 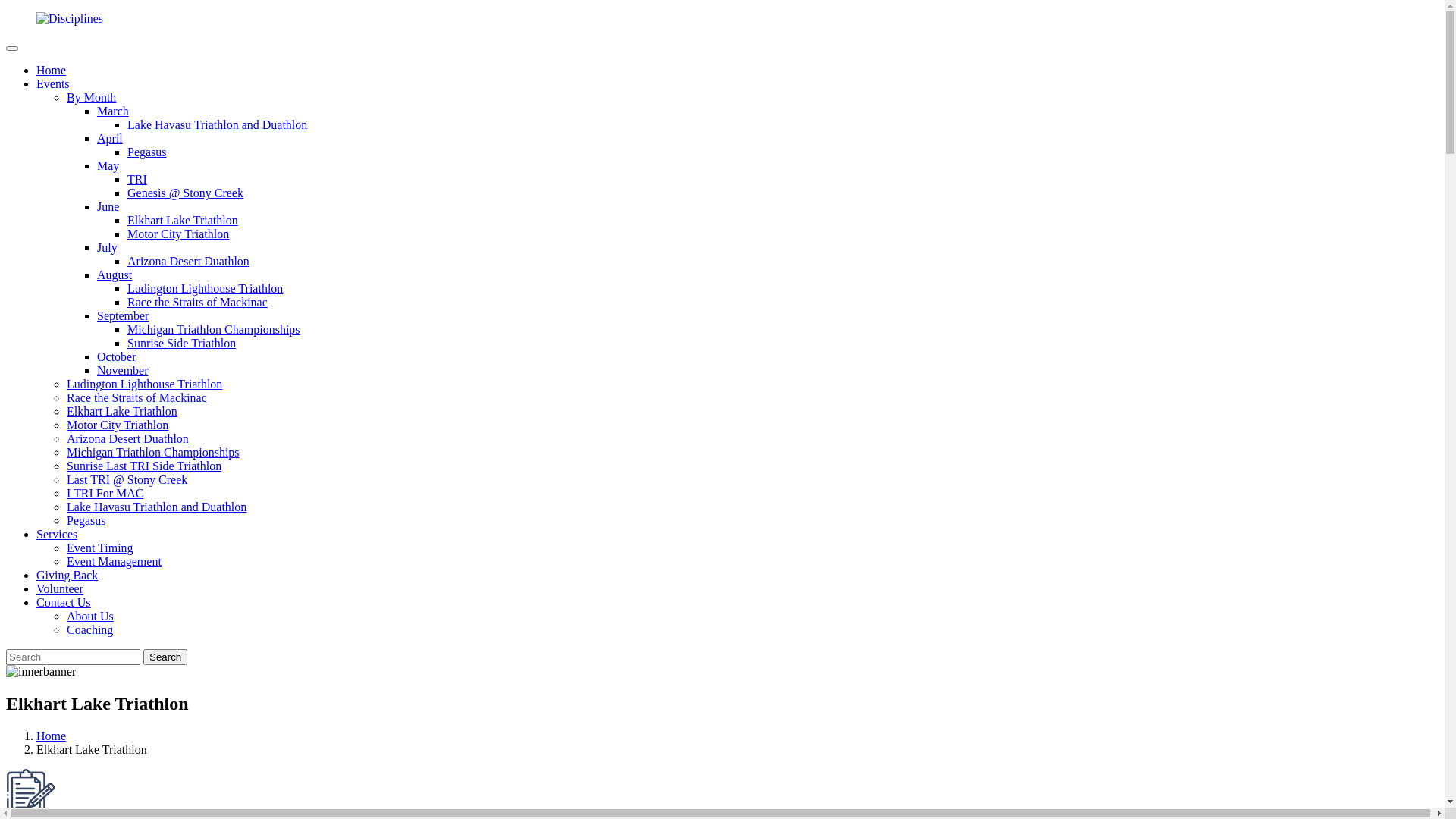 What do you see at coordinates (127, 479) in the screenshot?
I see `'Last TRI @ Stony Creek'` at bounding box center [127, 479].